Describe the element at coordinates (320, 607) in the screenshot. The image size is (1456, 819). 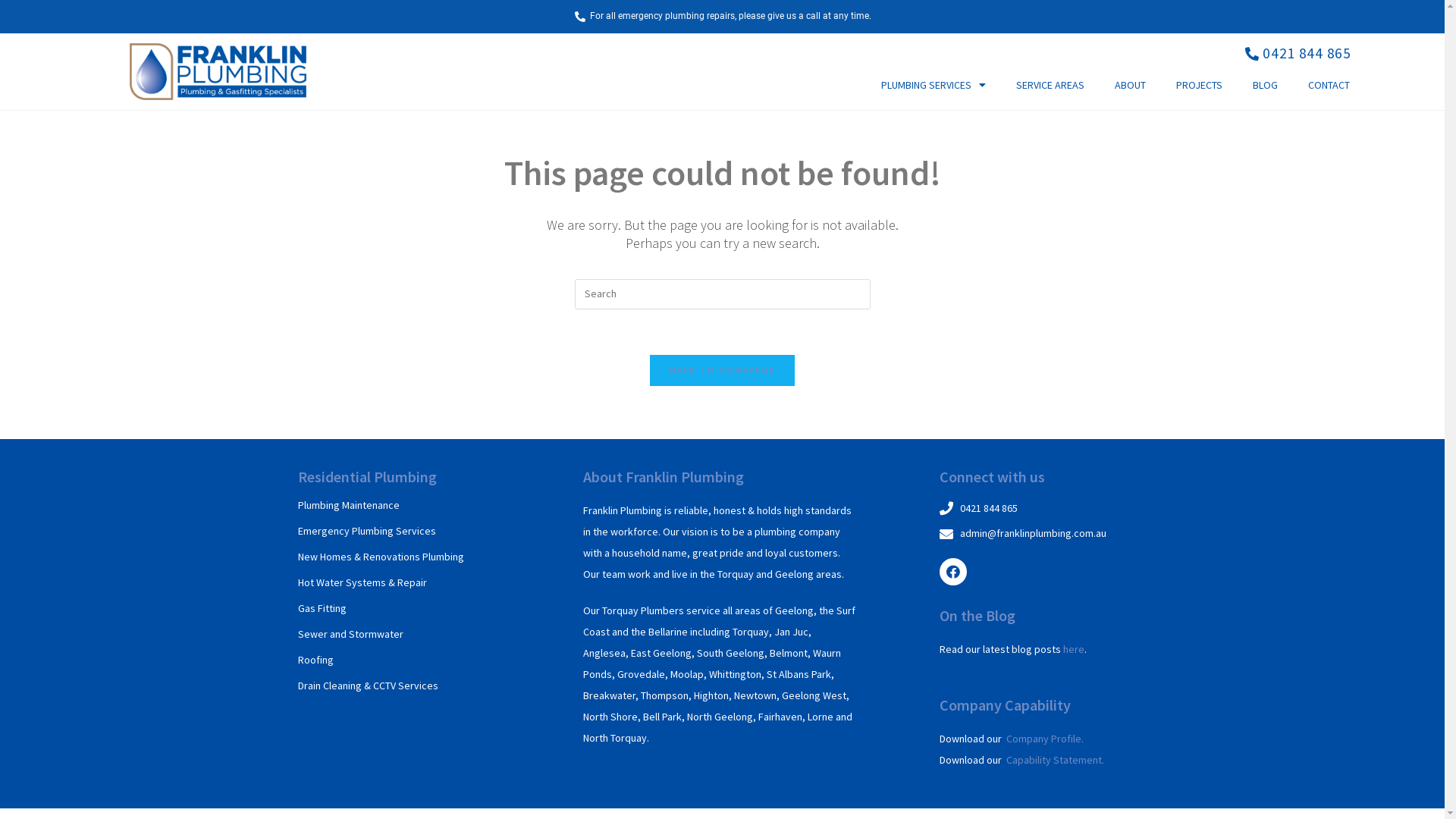
I see `'Gas Fitting'` at that location.